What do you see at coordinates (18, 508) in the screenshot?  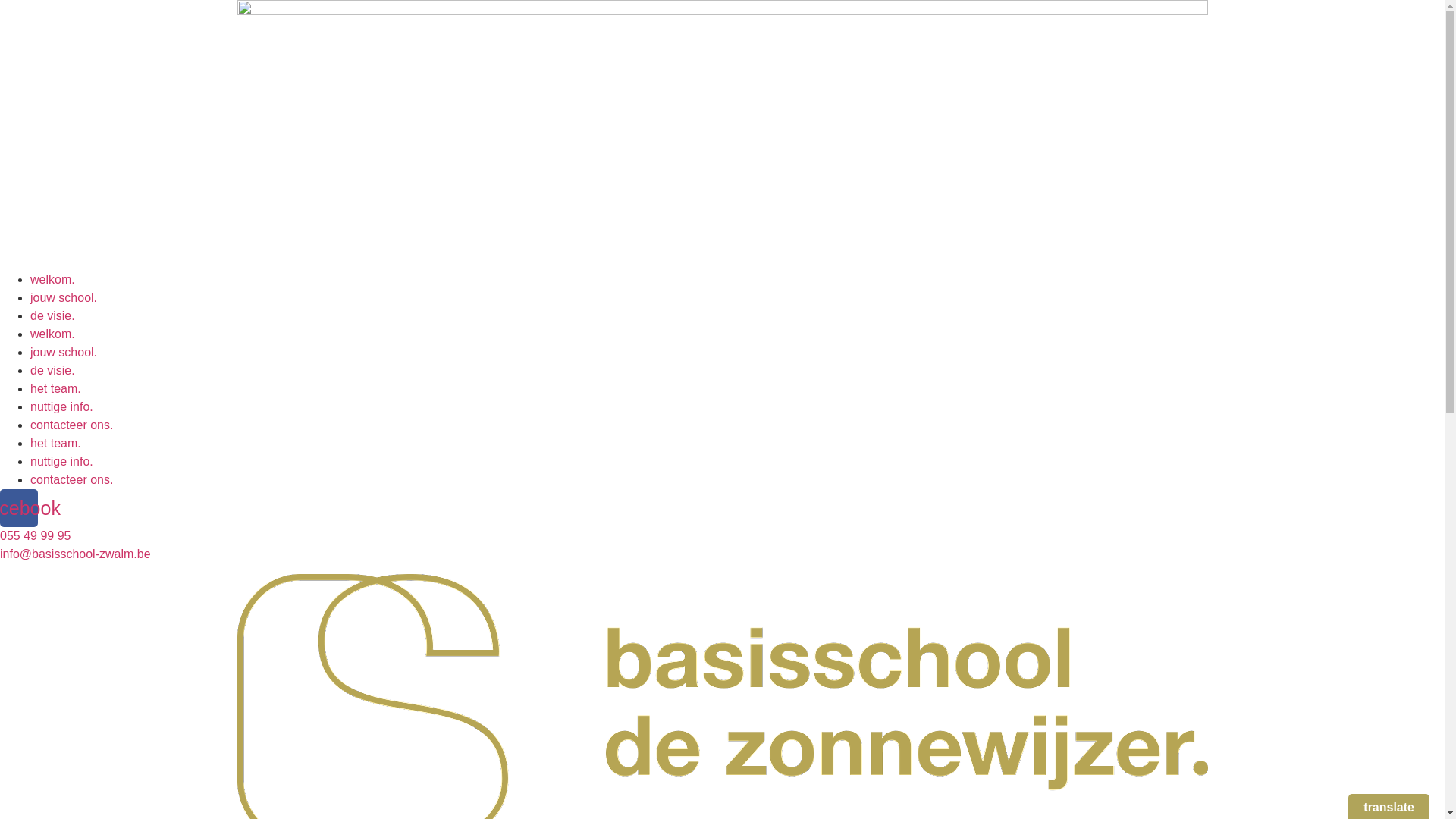 I see `'Facebook'` at bounding box center [18, 508].